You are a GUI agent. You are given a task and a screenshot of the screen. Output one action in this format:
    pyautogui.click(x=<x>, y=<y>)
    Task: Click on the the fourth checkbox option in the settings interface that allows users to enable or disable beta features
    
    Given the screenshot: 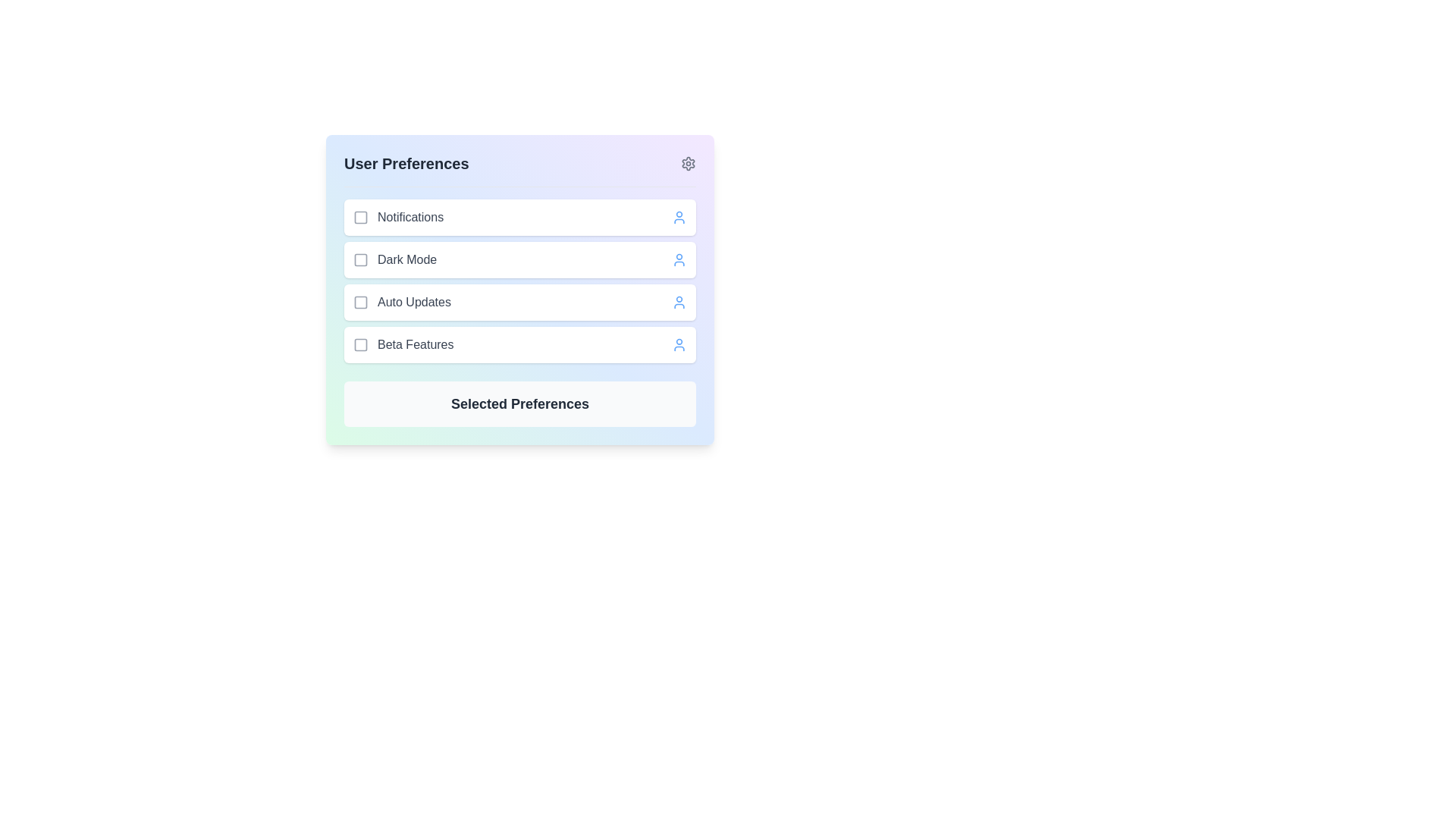 What is the action you would take?
    pyautogui.click(x=403, y=345)
    